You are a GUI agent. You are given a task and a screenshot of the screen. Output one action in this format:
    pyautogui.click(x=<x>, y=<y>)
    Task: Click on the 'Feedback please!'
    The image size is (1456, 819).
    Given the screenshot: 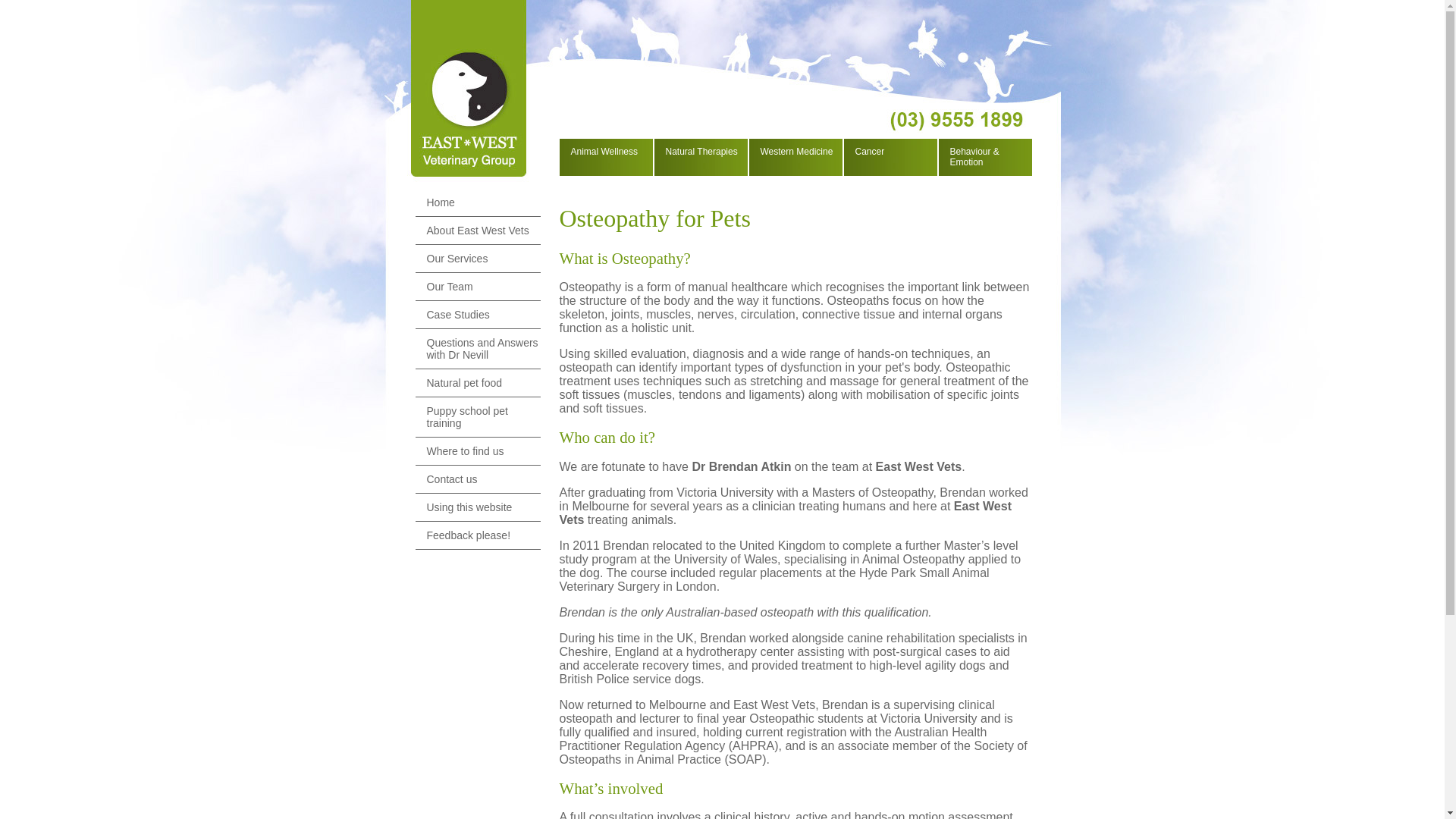 What is the action you would take?
    pyautogui.click(x=477, y=535)
    